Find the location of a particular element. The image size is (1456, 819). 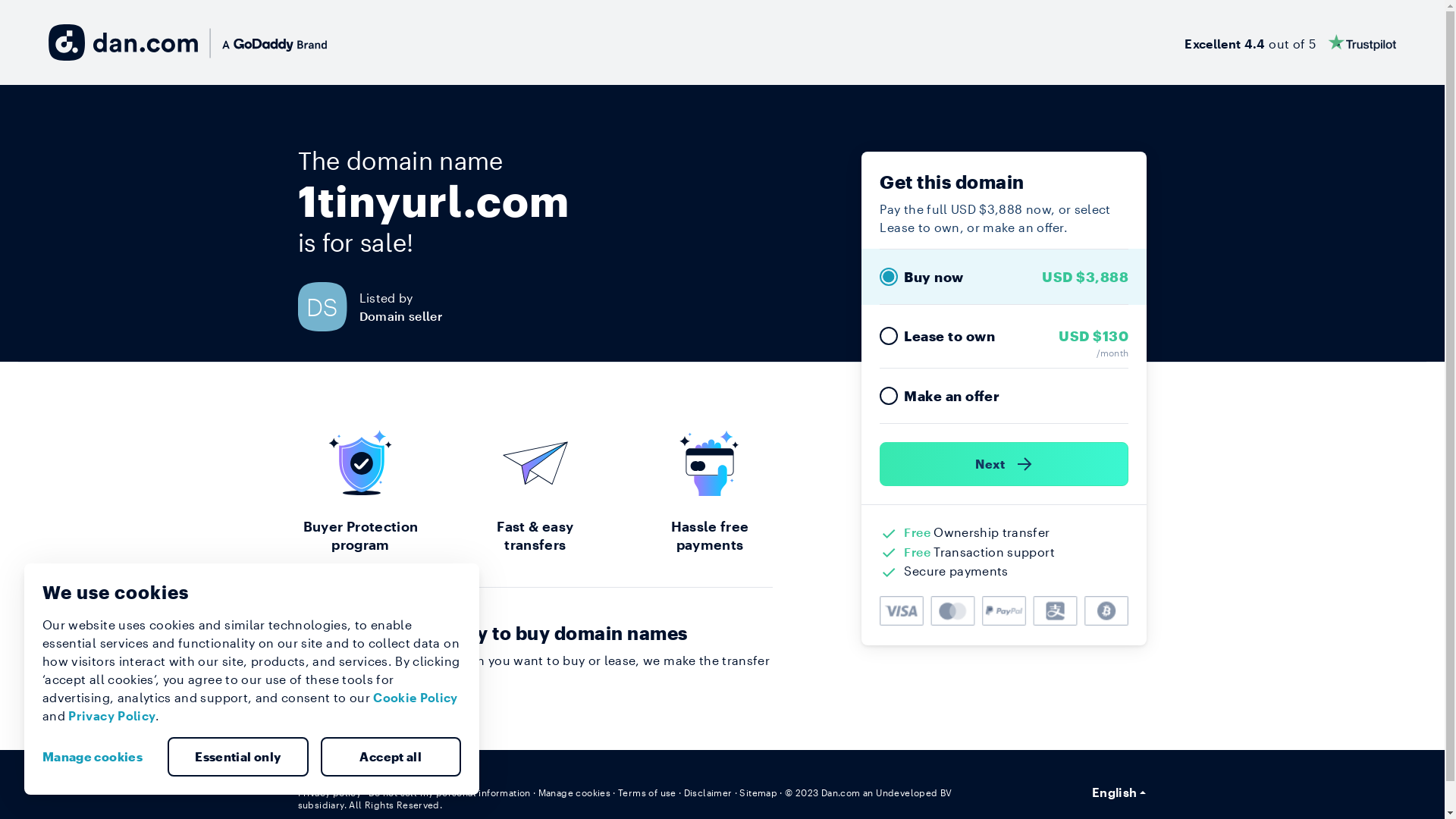

'Sitemap' is located at coordinates (758, 792).